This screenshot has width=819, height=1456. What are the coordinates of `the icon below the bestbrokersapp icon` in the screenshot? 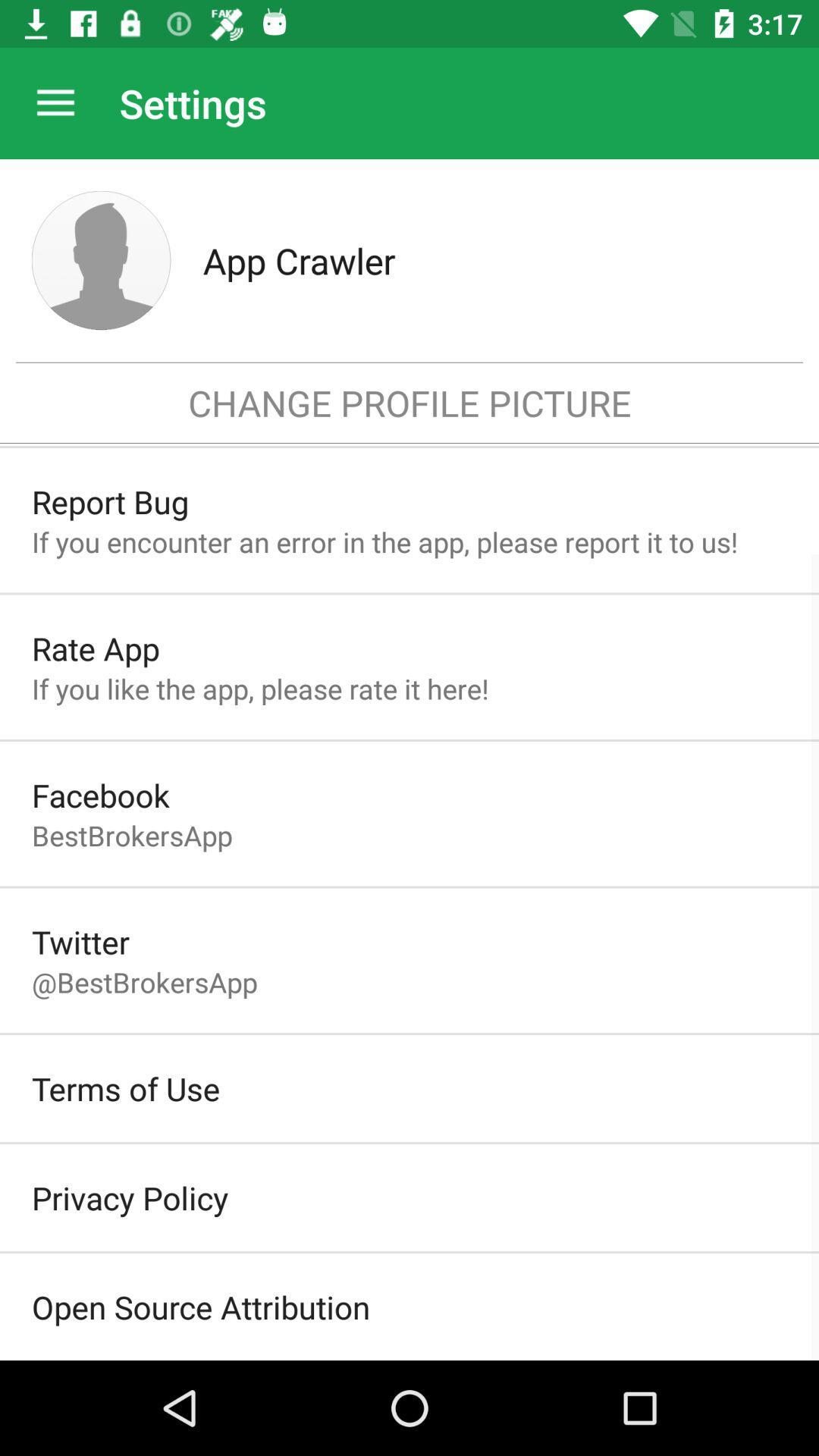 It's located at (80, 941).